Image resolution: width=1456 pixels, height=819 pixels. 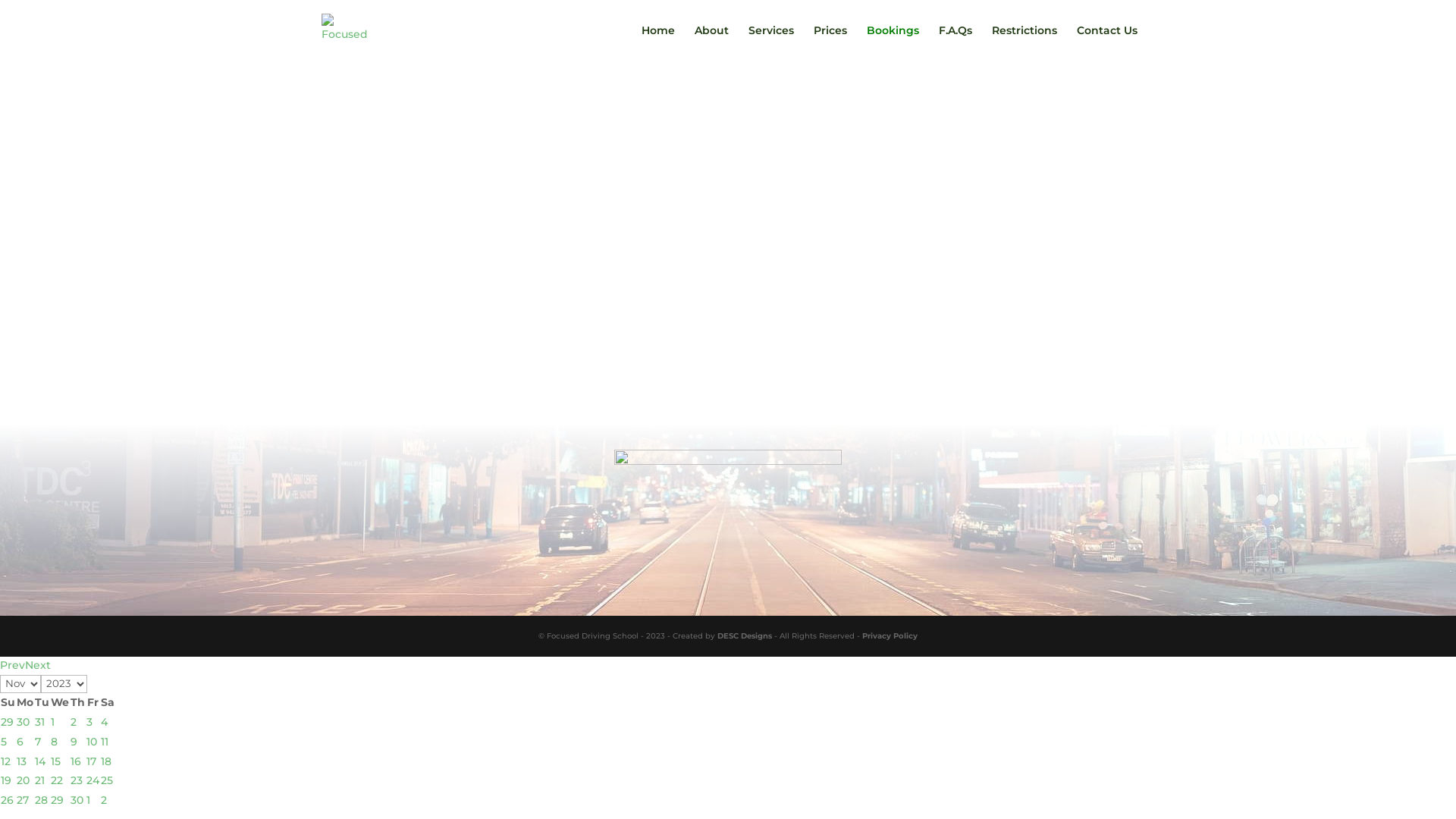 What do you see at coordinates (829, 42) in the screenshot?
I see `'Prices'` at bounding box center [829, 42].